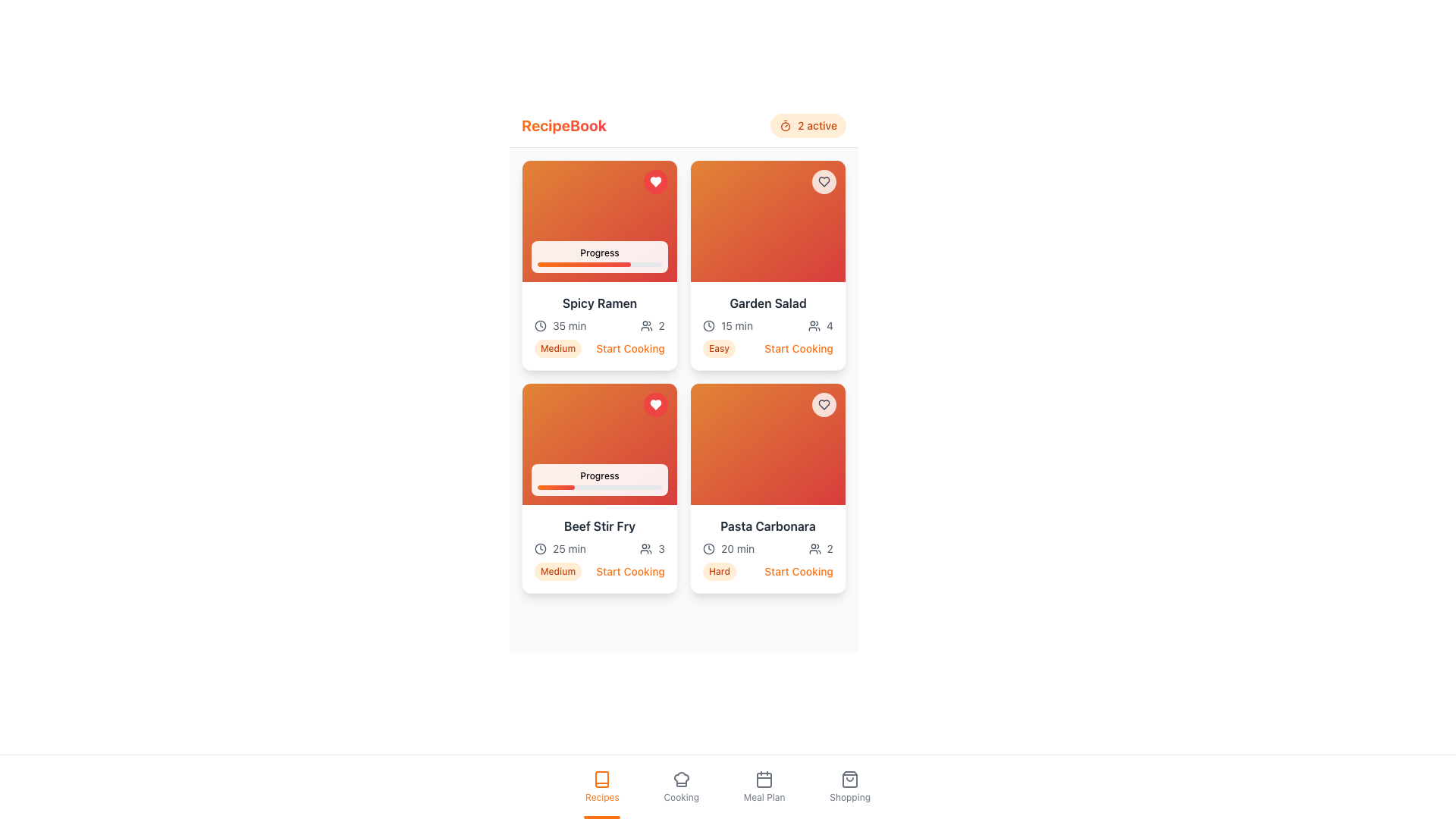 This screenshot has width=1456, height=819. I want to click on the text label indicating the estimated time duration for the 'Pasta Carbonara' recipe, so click(729, 549).